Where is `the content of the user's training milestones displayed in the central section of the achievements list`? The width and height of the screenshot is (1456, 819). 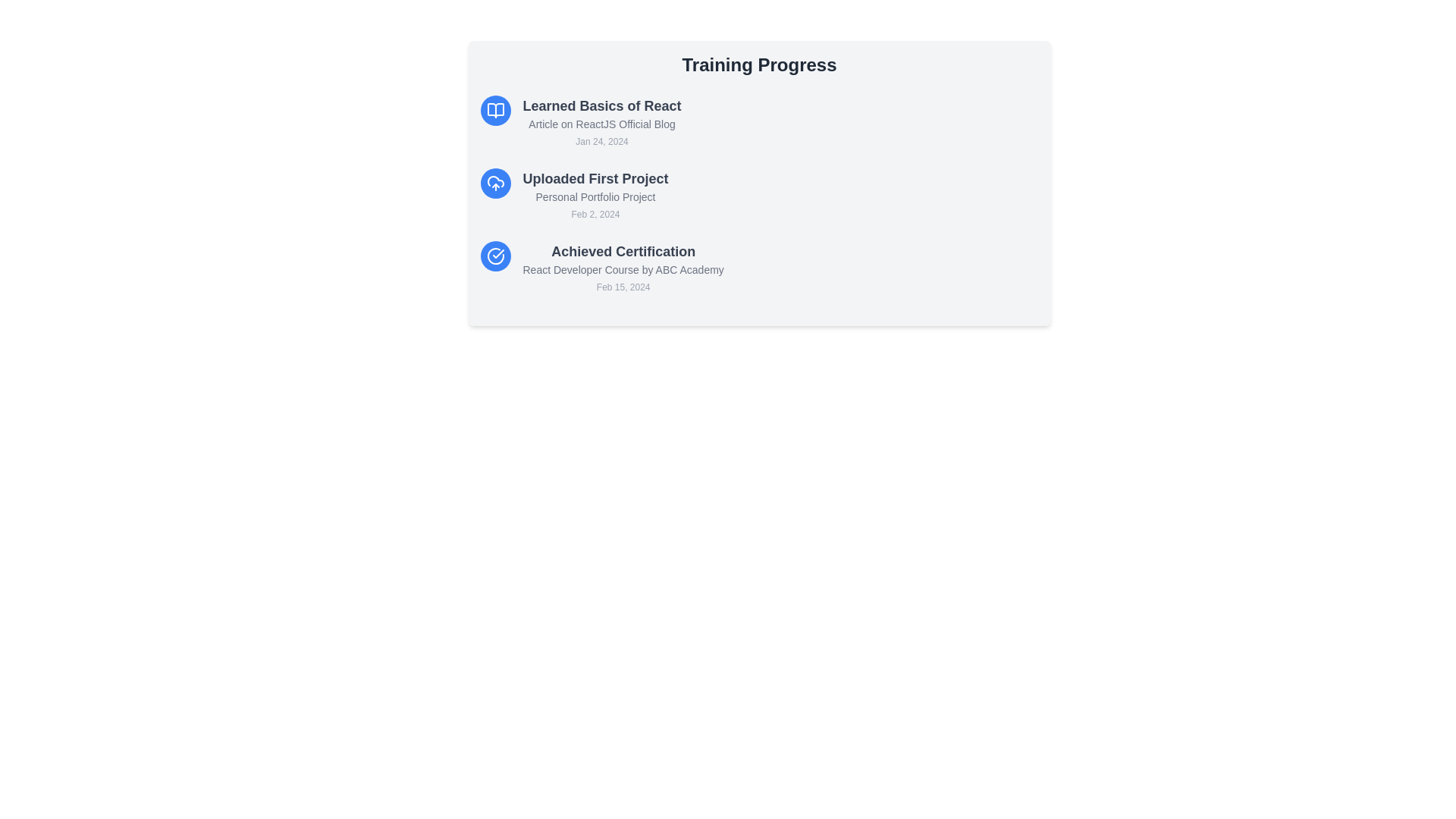
the content of the user's training milestones displayed in the central section of the achievements list is located at coordinates (759, 183).